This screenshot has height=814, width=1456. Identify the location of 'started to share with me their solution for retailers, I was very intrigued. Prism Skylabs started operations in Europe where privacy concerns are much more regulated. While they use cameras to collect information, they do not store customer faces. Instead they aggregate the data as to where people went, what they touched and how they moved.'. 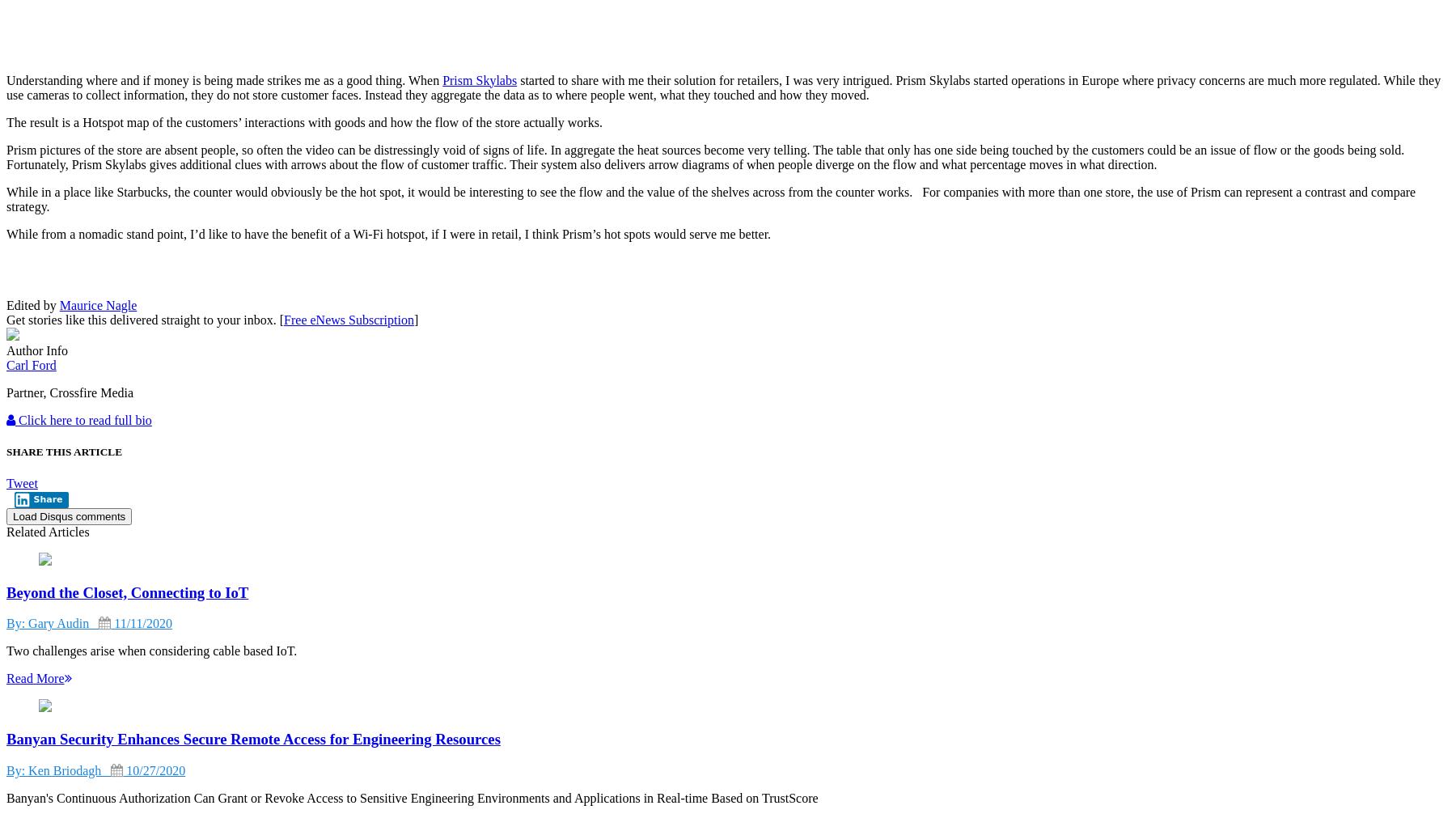
(723, 87).